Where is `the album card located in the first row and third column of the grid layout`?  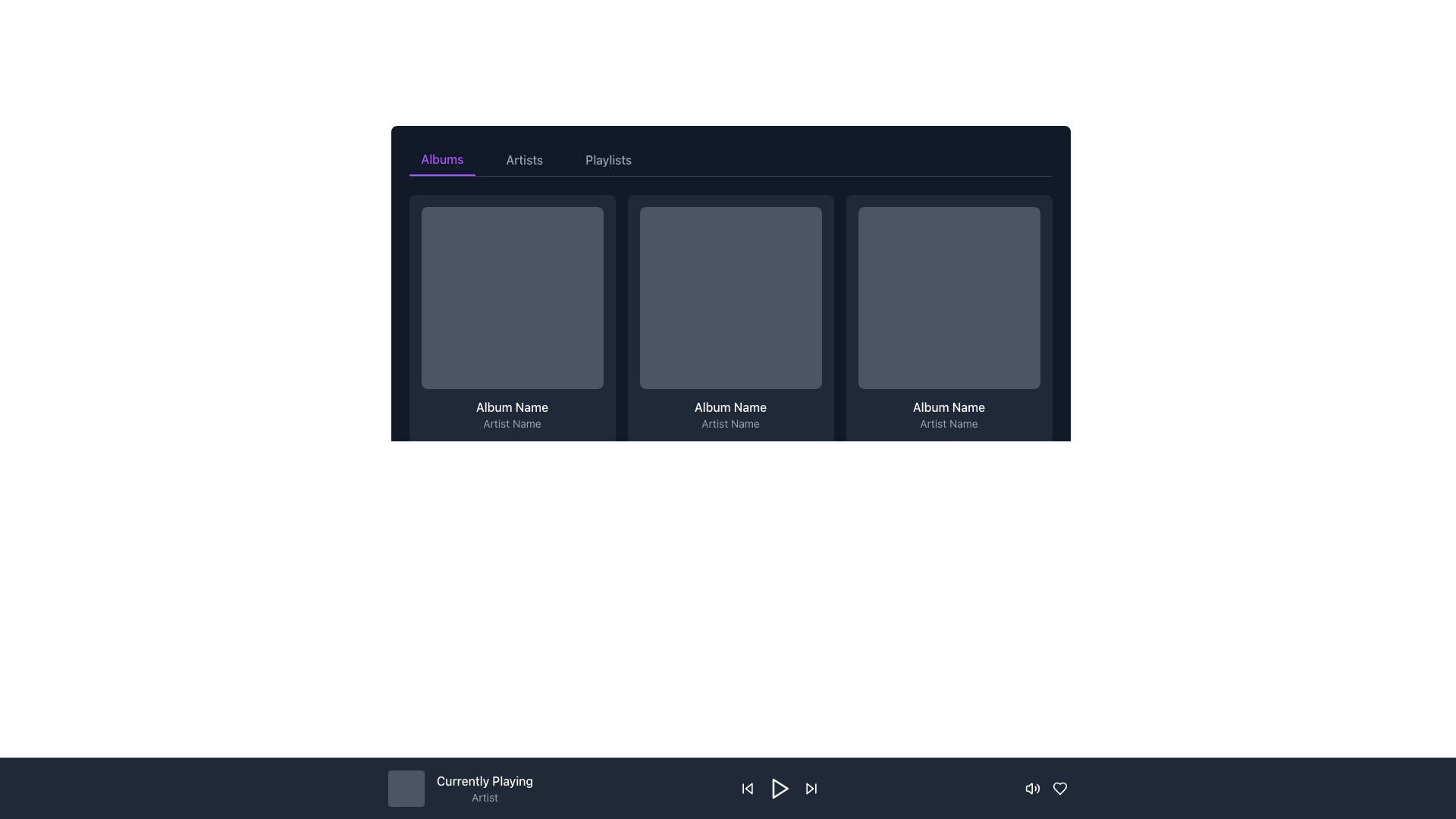
the album card located in the first row and third column of the grid layout is located at coordinates (948, 329).